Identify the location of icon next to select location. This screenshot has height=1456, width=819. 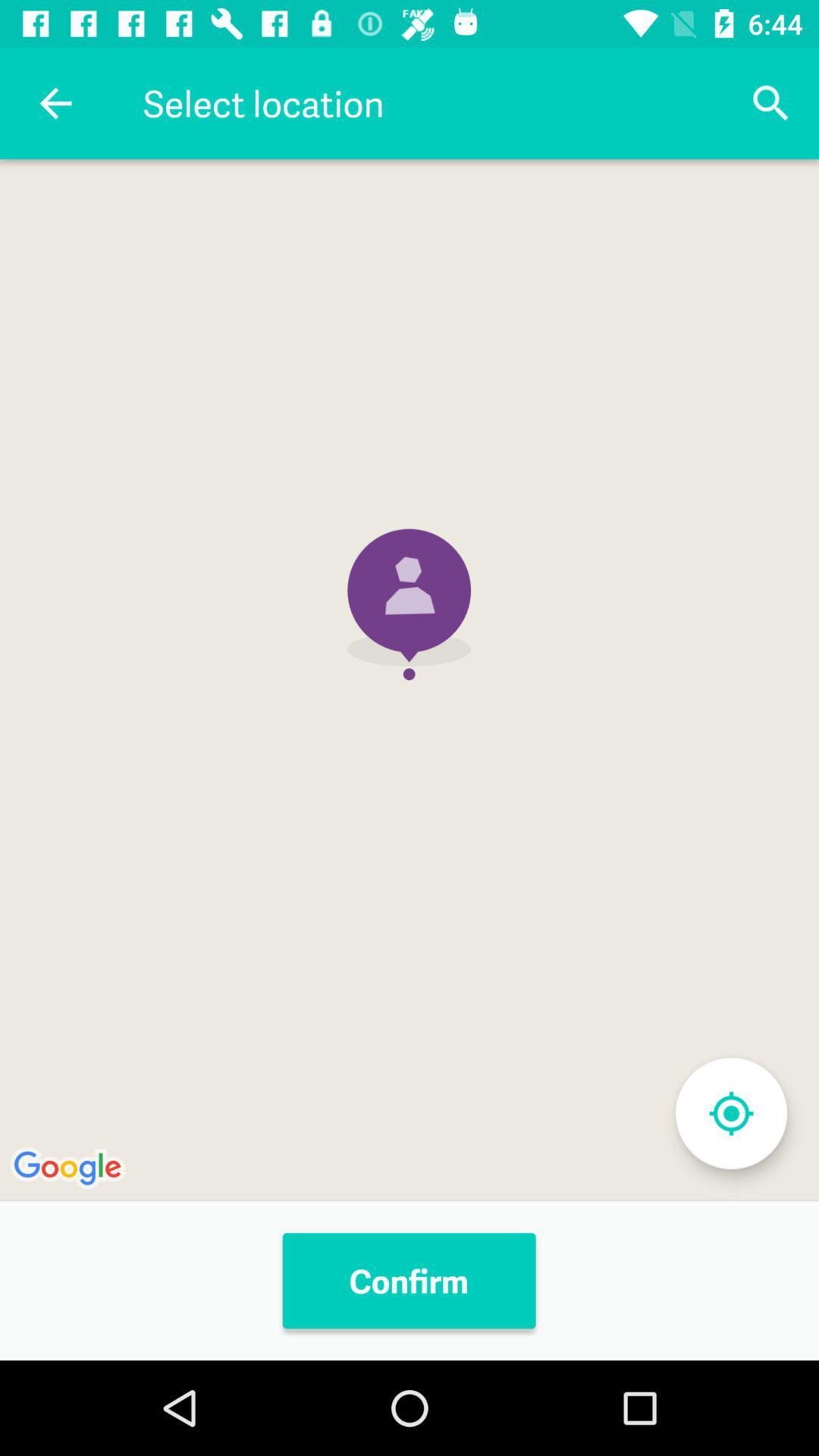
(55, 102).